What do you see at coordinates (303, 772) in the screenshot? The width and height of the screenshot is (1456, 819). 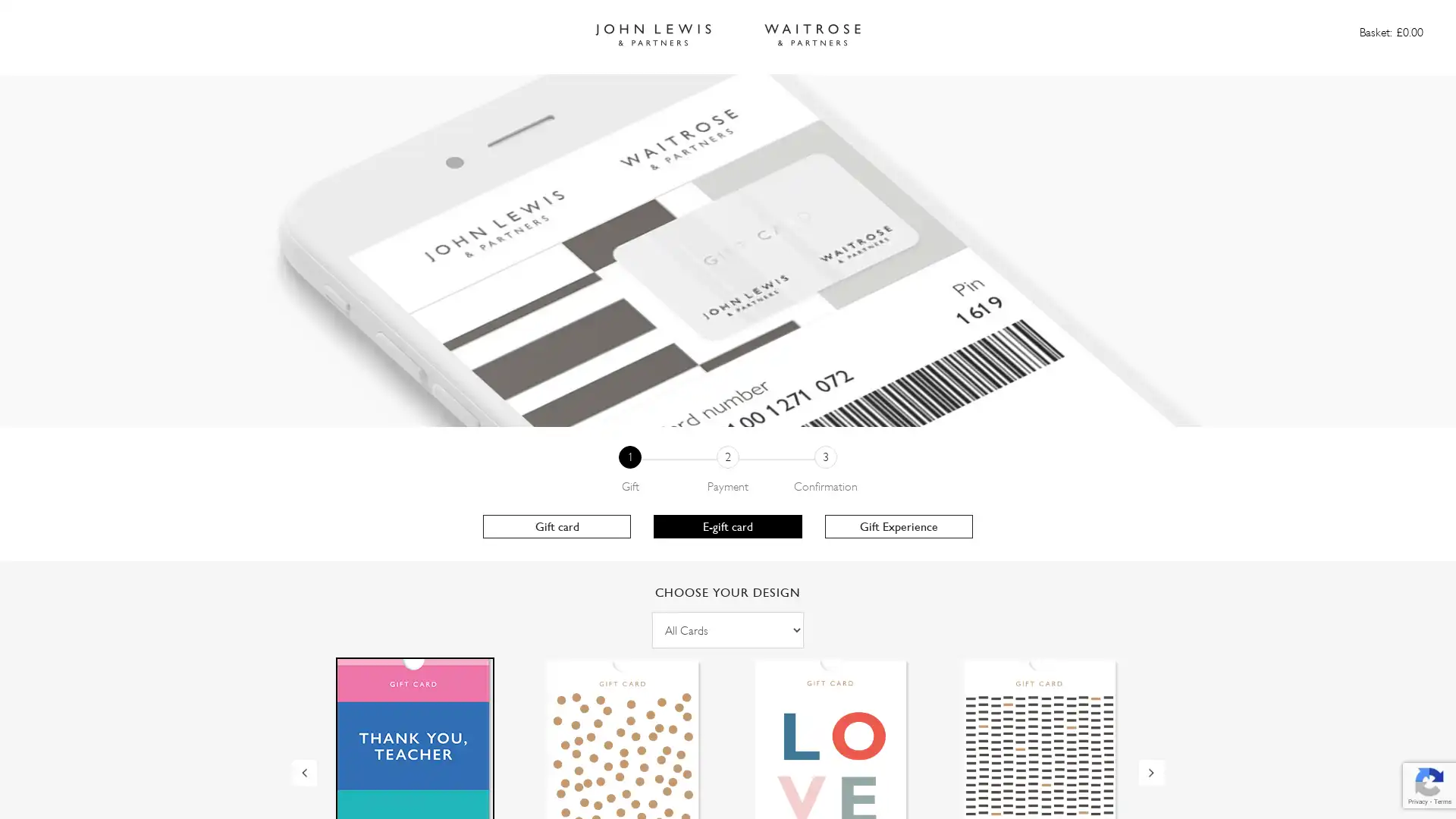 I see `Previous` at bounding box center [303, 772].